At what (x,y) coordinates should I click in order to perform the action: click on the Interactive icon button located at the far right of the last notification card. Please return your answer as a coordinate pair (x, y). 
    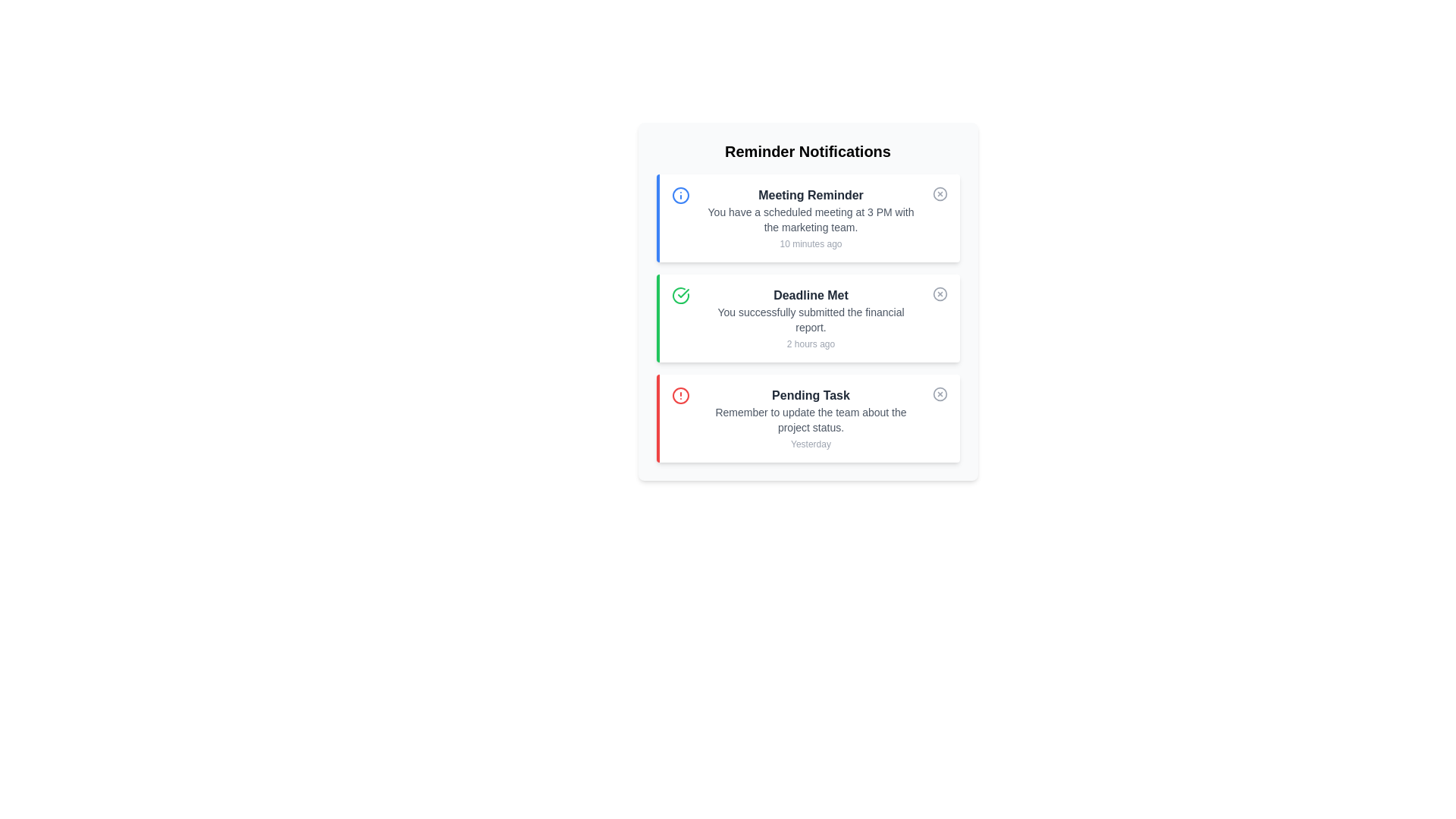
    Looking at the image, I should click on (939, 394).